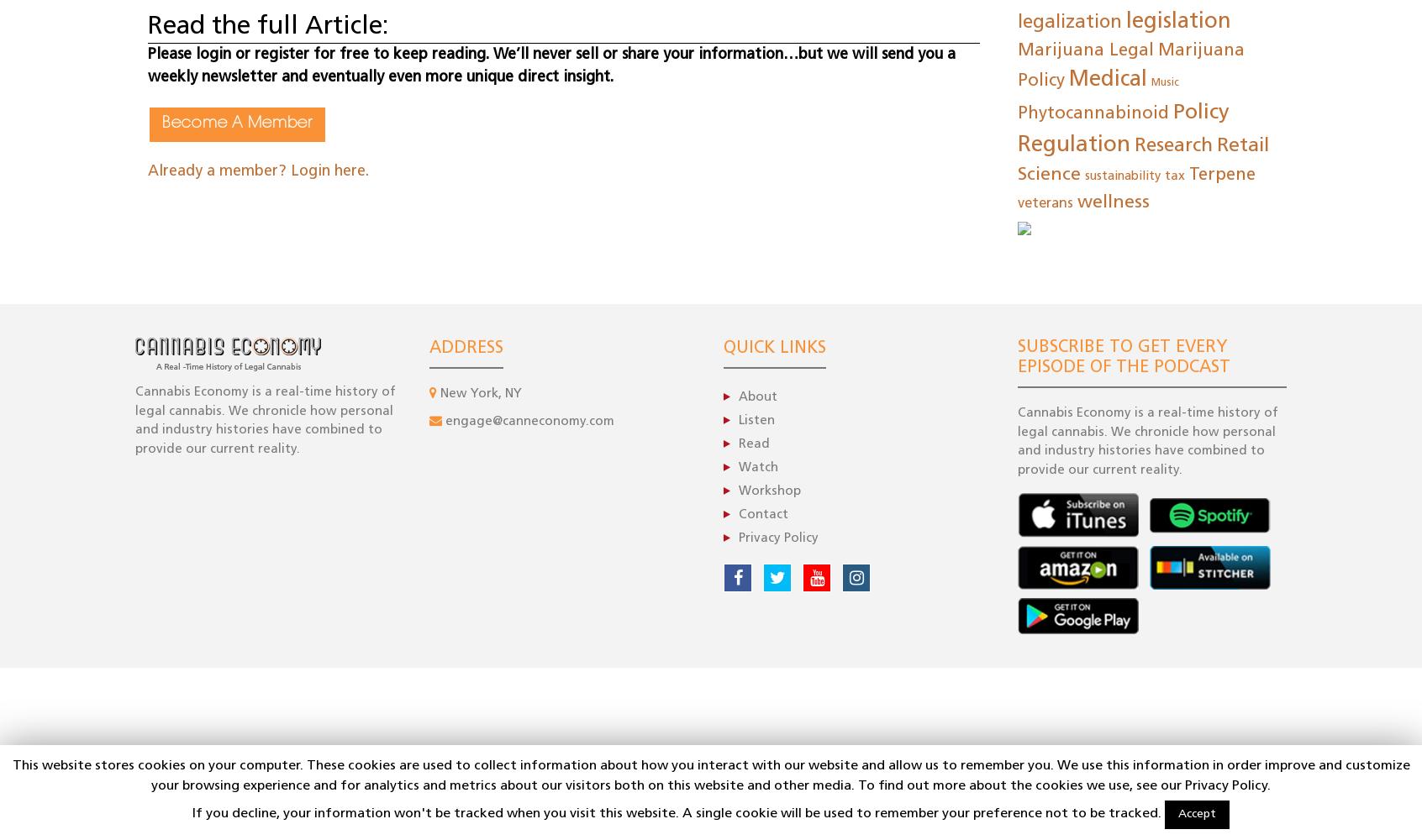 The height and width of the screenshot is (840, 1422). Describe the element at coordinates (436, 393) in the screenshot. I see `'New York, NY'` at that location.